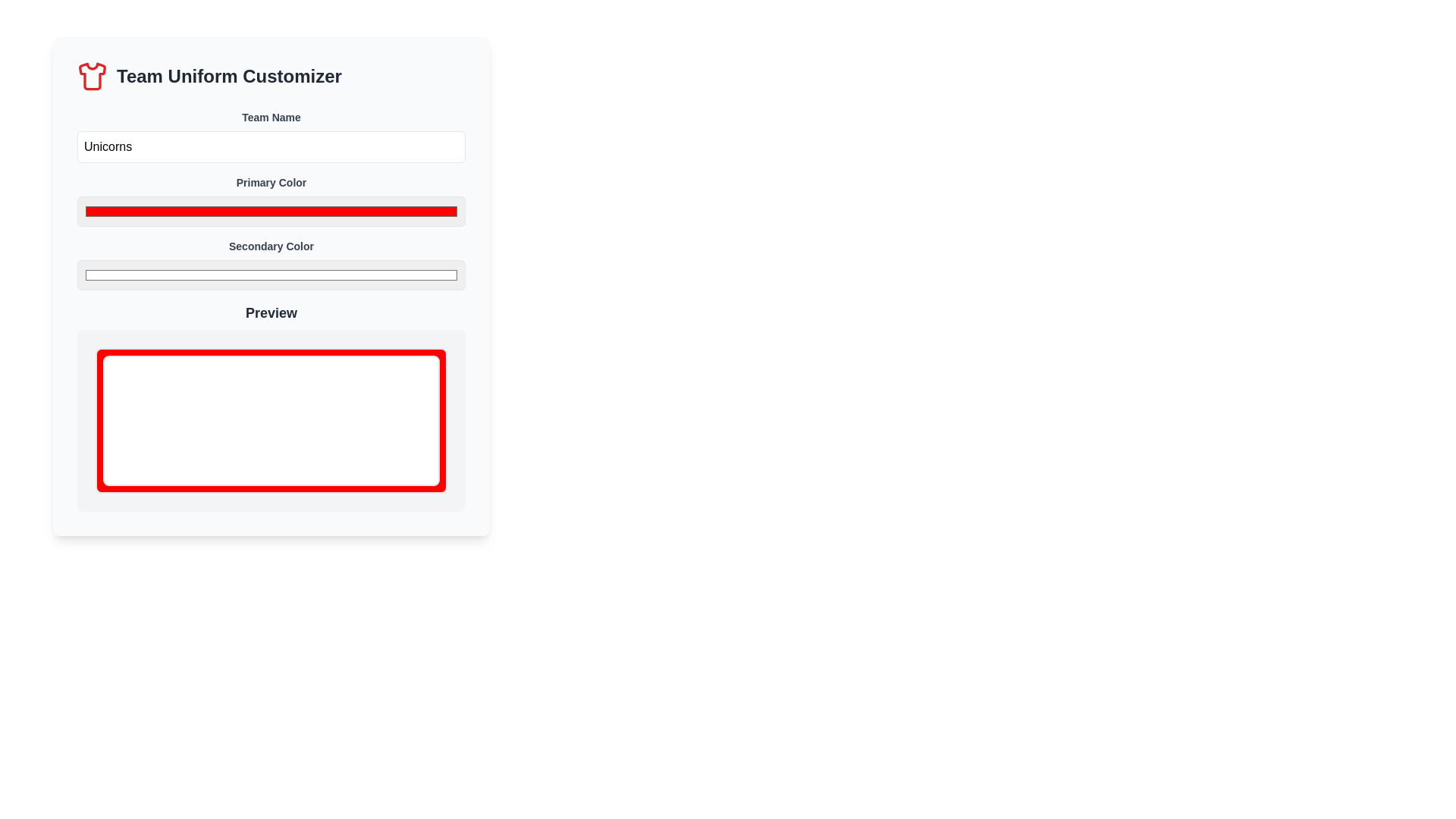 The image size is (1456, 819). I want to click on the Color input field located below the 'Primary Color' section, so click(271, 263).